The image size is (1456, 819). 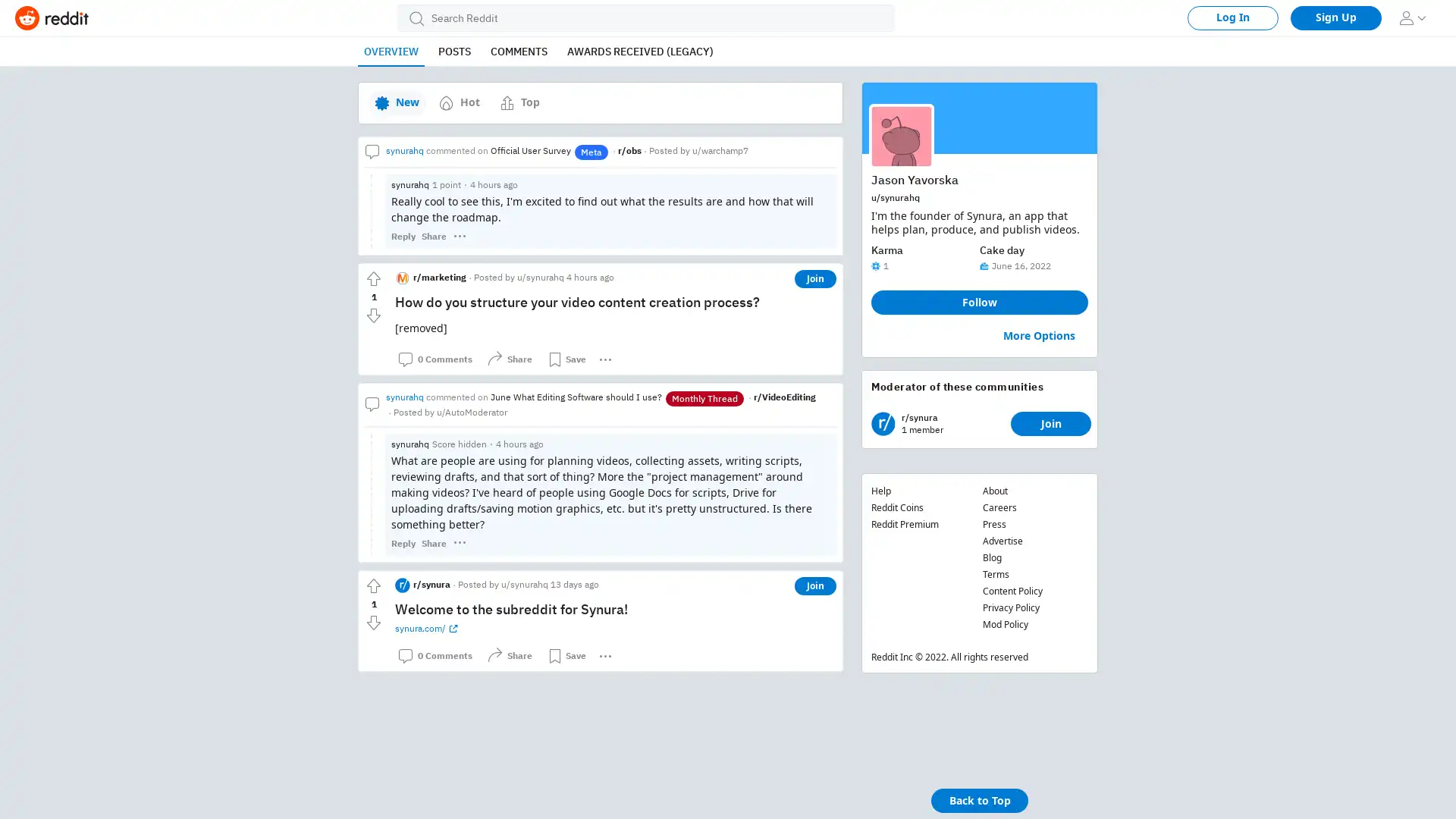 What do you see at coordinates (814, 278) in the screenshot?
I see `Join` at bounding box center [814, 278].